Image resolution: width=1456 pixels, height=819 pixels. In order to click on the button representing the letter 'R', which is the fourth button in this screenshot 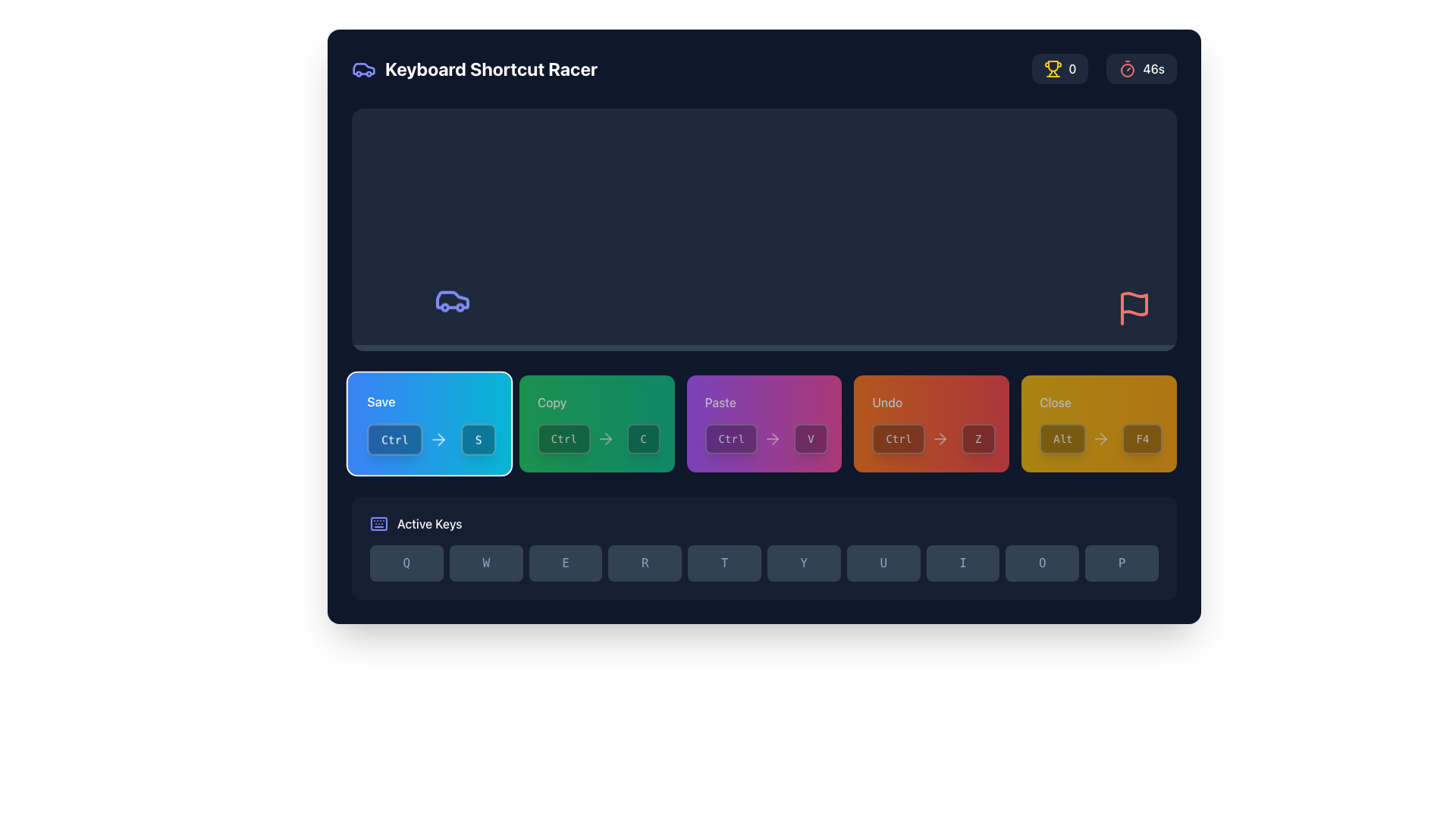, I will do `click(645, 563)`.